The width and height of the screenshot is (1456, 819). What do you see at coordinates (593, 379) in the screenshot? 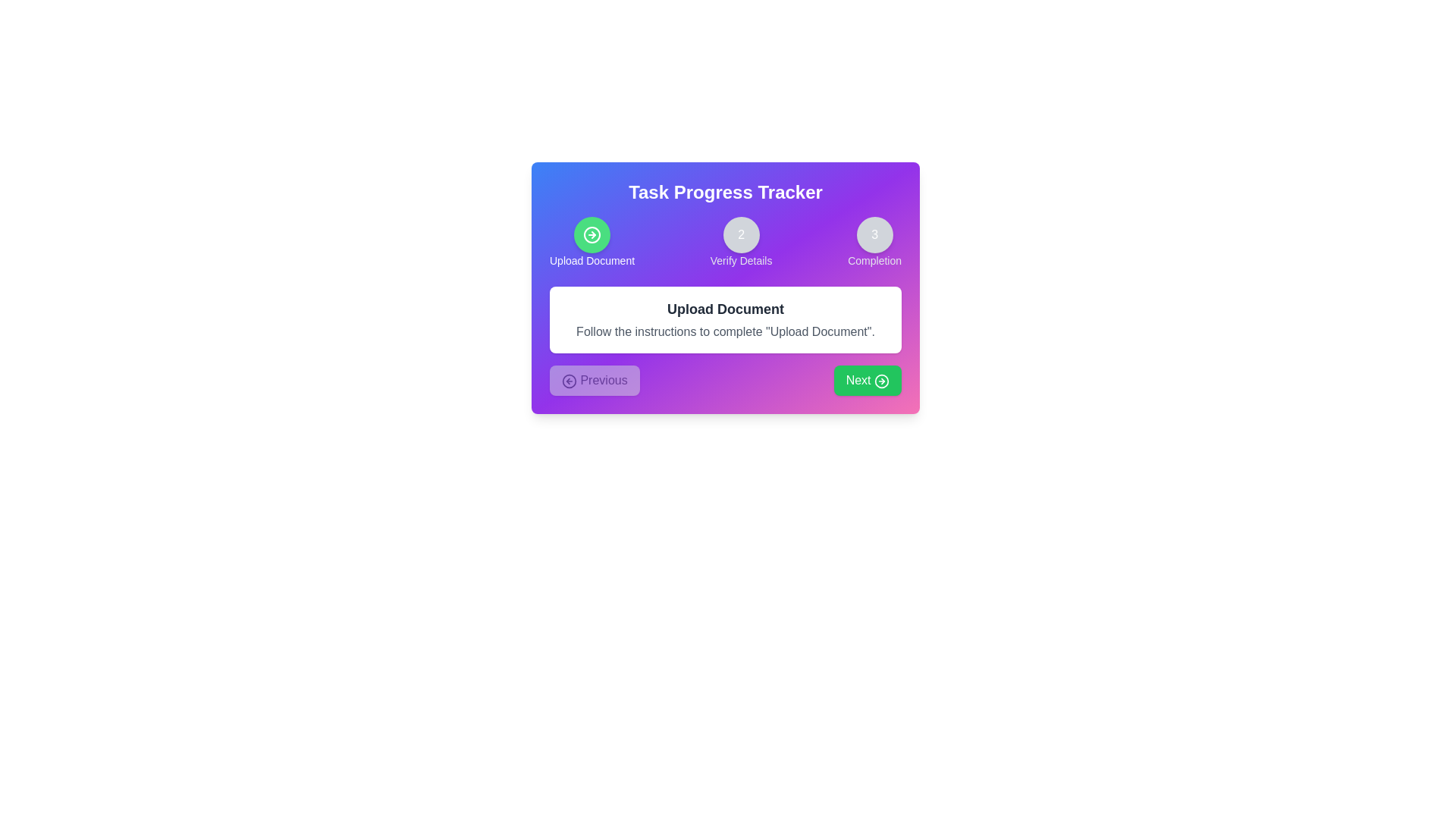
I see `the button labeled Previous to observe visual feedback` at bounding box center [593, 379].